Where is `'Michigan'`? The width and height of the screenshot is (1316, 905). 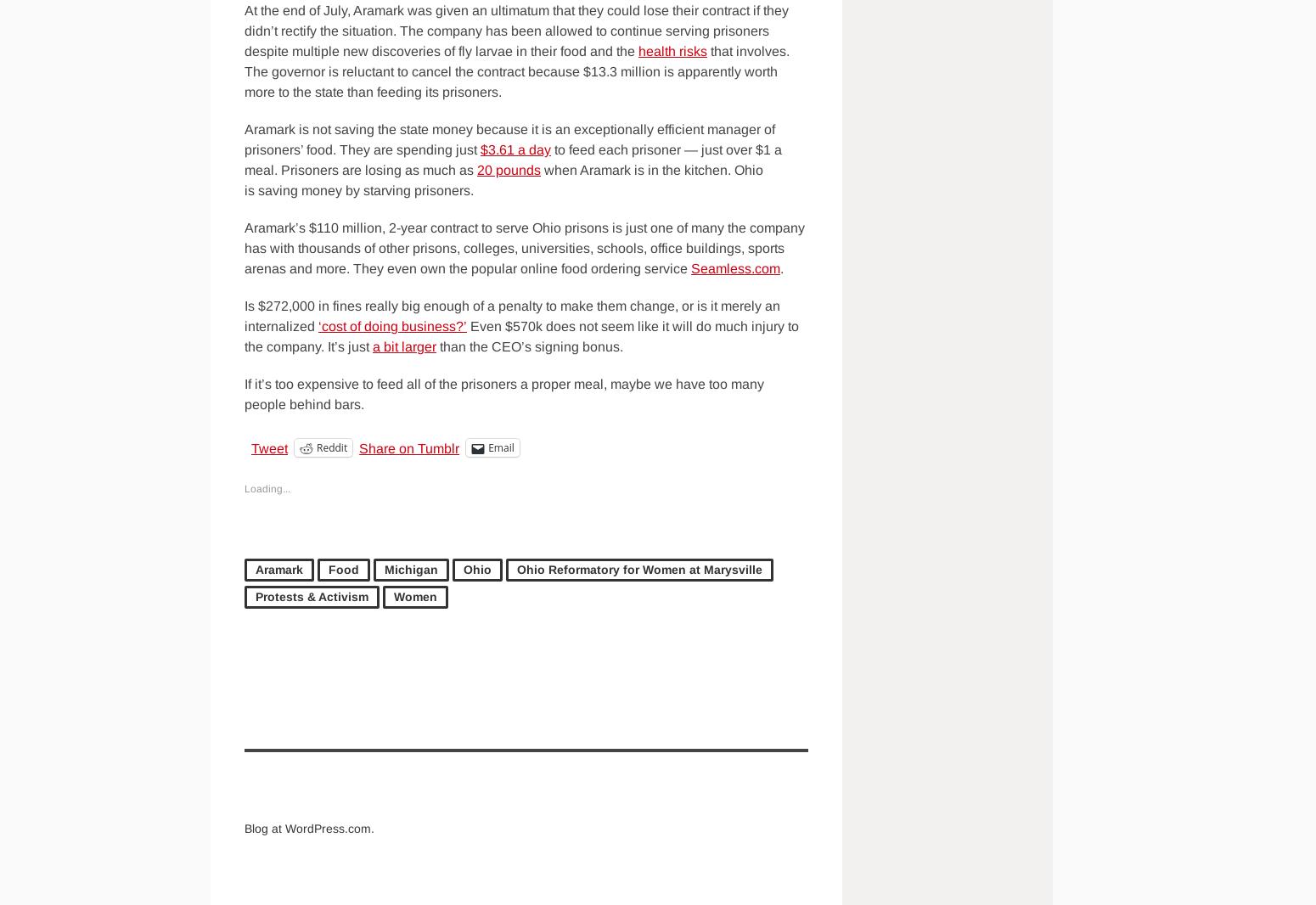 'Michigan' is located at coordinates (410, 569).